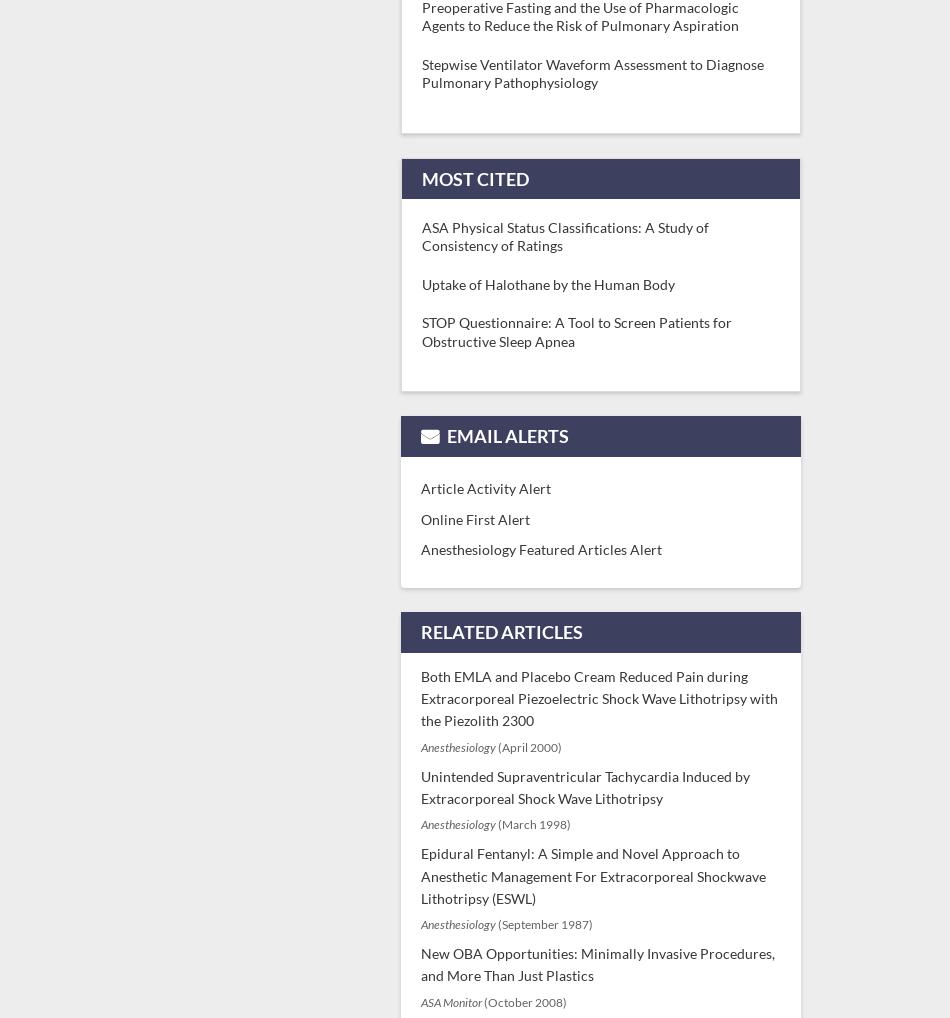  Describe the element at coordinates (507, 435) in the screenshot. I see `'Email alerts'` at that location.